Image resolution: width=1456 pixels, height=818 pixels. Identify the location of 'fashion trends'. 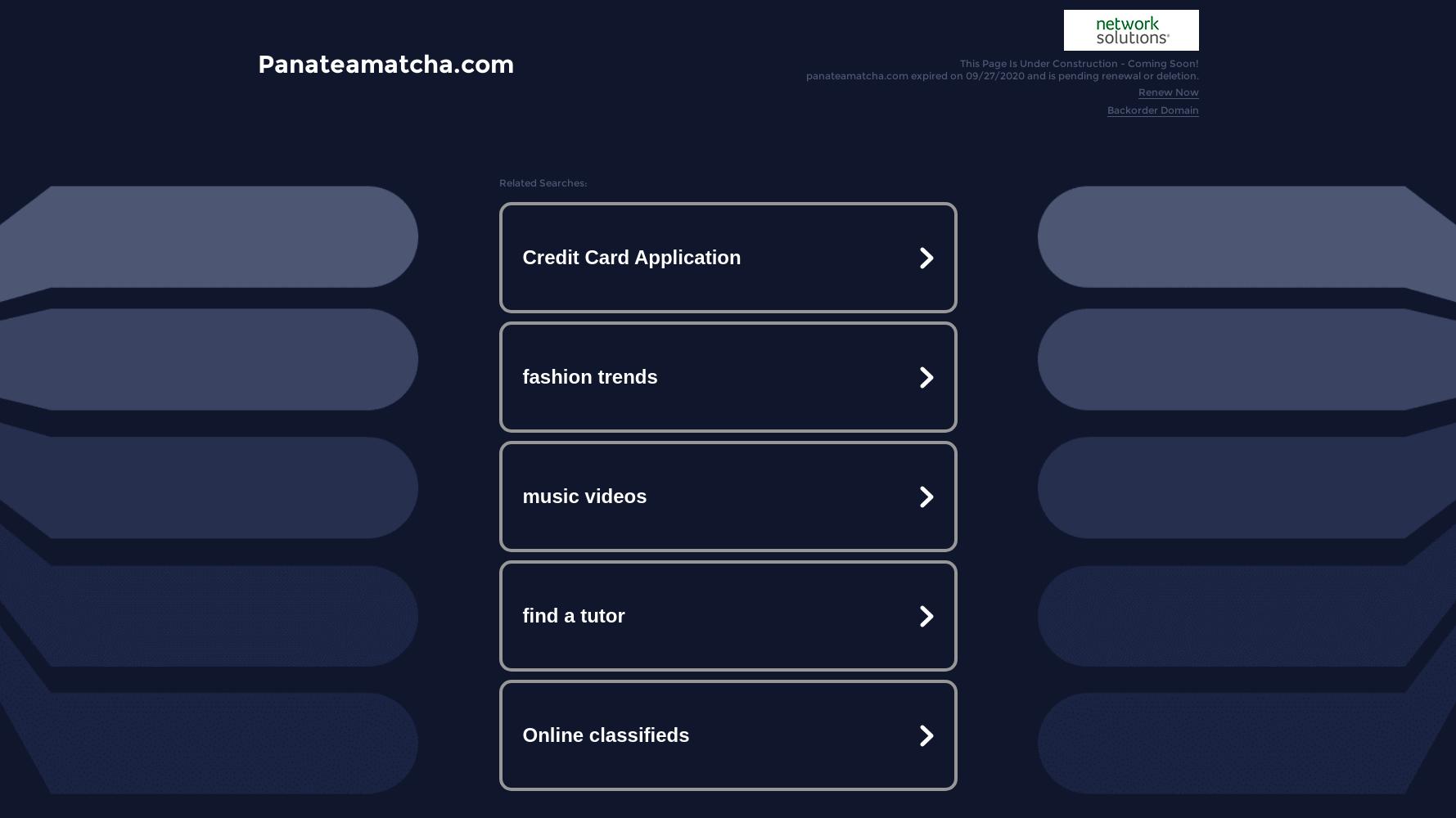
(521, 375).